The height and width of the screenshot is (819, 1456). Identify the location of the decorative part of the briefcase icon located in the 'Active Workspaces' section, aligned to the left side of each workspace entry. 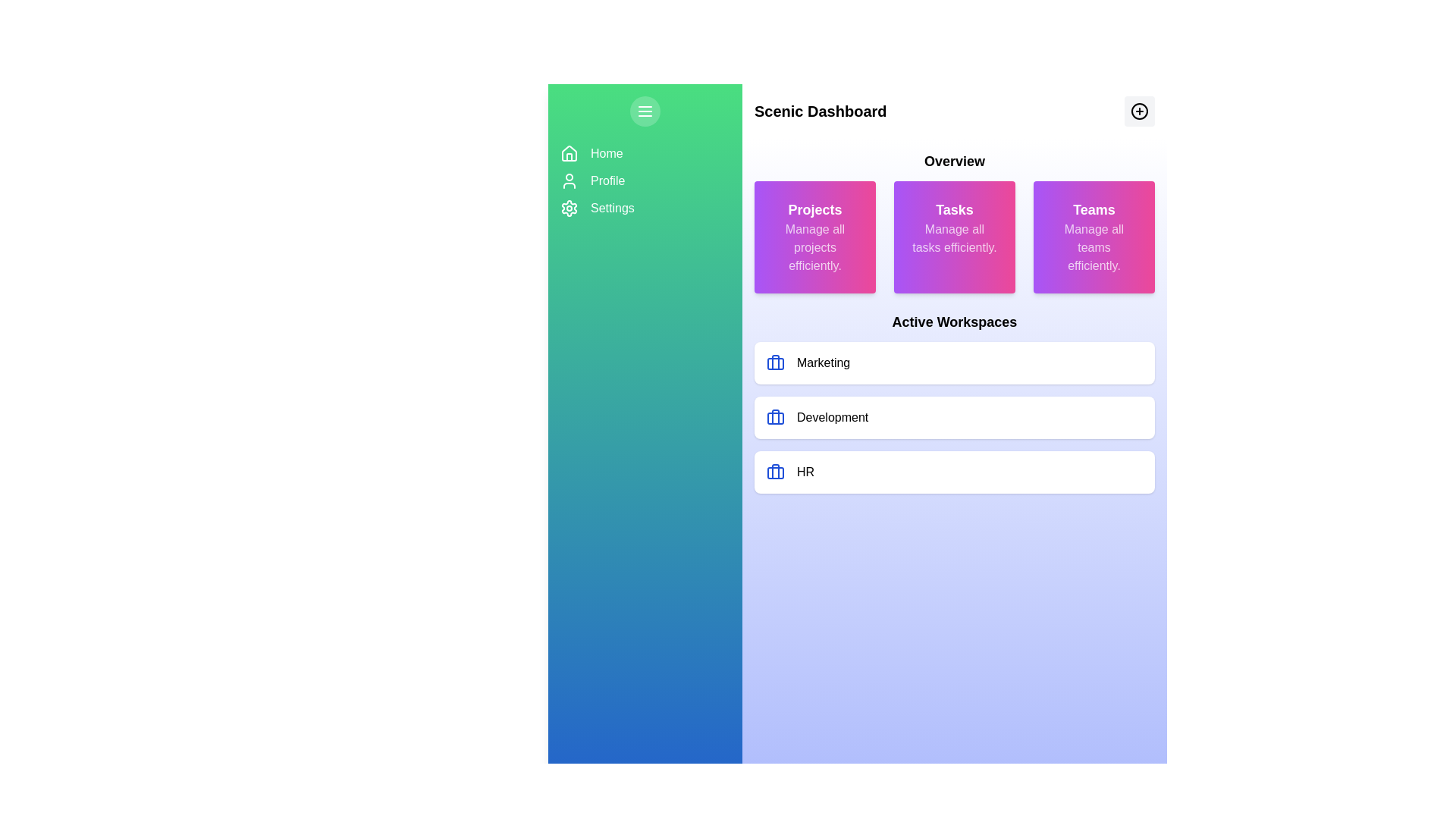
(775, 418).